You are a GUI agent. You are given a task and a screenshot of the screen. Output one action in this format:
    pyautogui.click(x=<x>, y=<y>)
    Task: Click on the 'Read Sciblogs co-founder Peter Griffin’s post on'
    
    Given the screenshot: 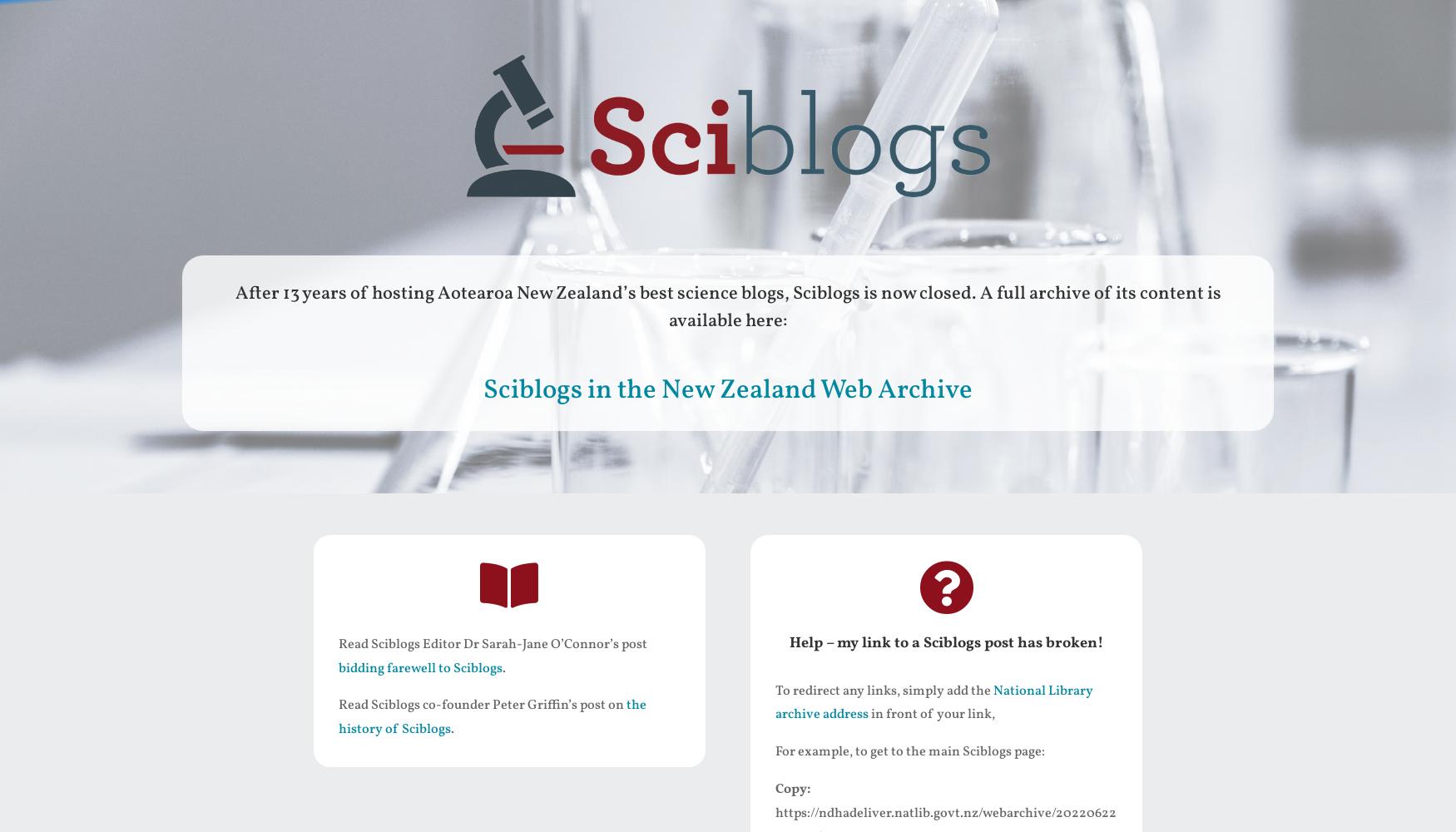 What is the action you would take?
    pyautogui.click(x=338, y=705)
    